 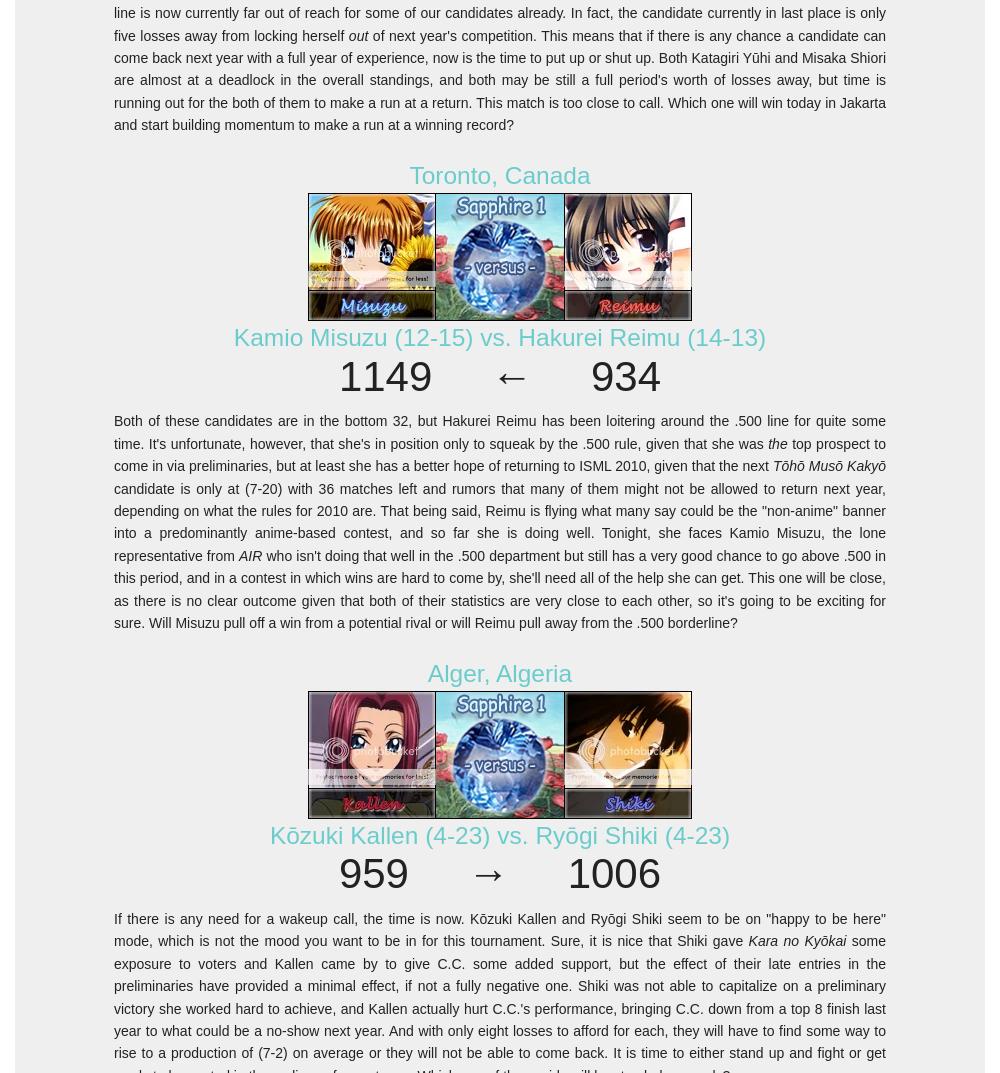 What do you see at coordinates (777, 443) in the screenshot?
I see `'the'` at bounding box center [777, 443].